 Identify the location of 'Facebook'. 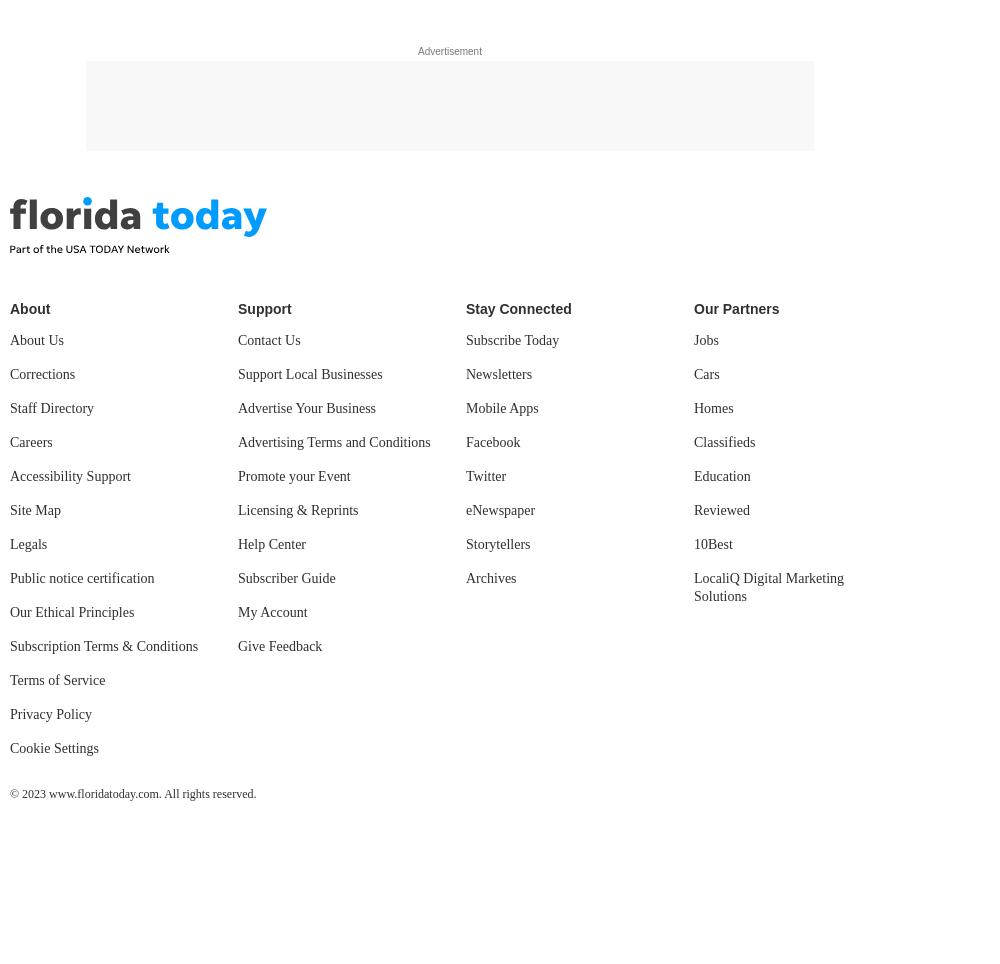
(492, 441).